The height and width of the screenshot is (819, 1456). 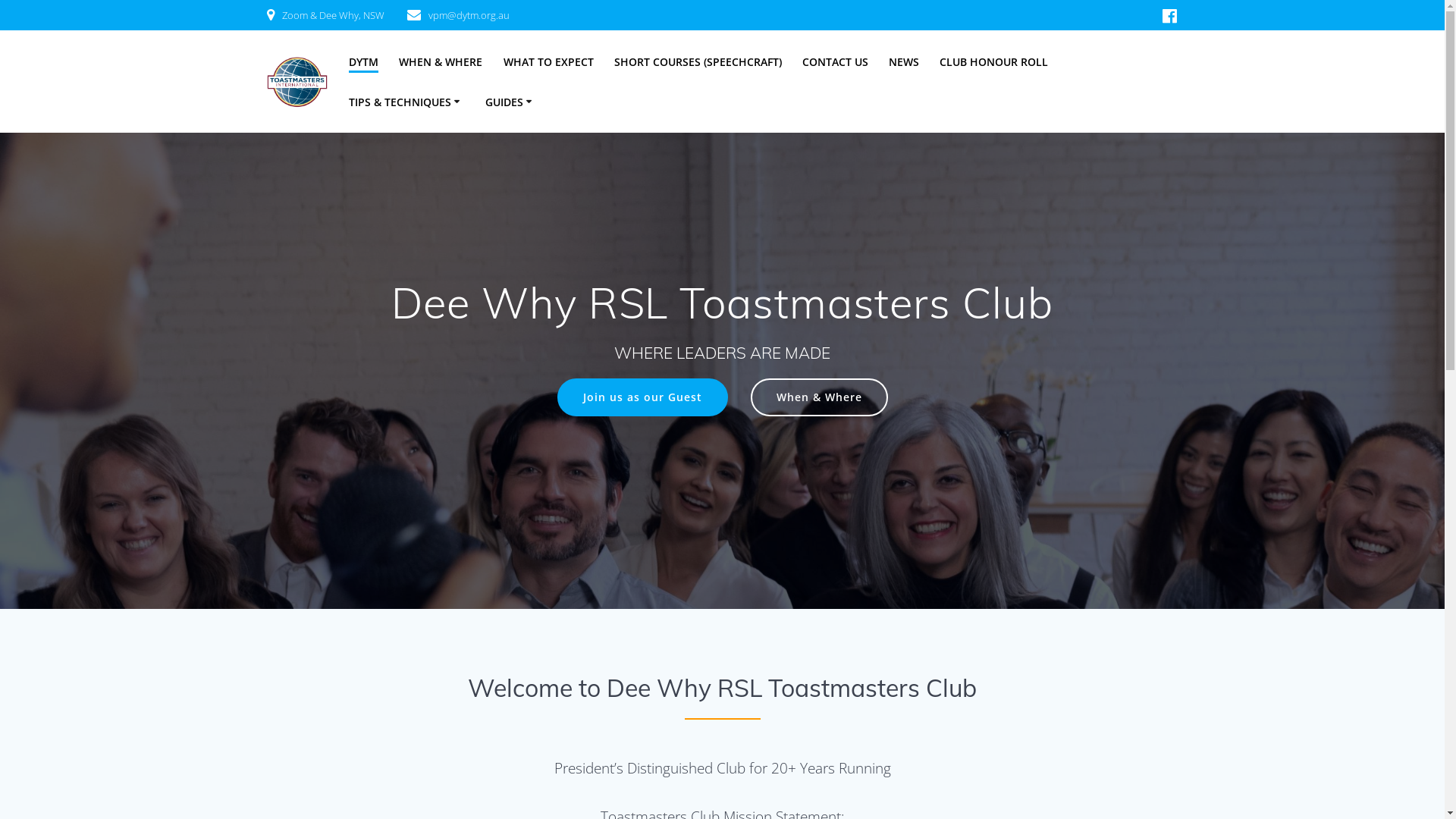 I want to click on 'When & Where', so click(x=818, y=397).